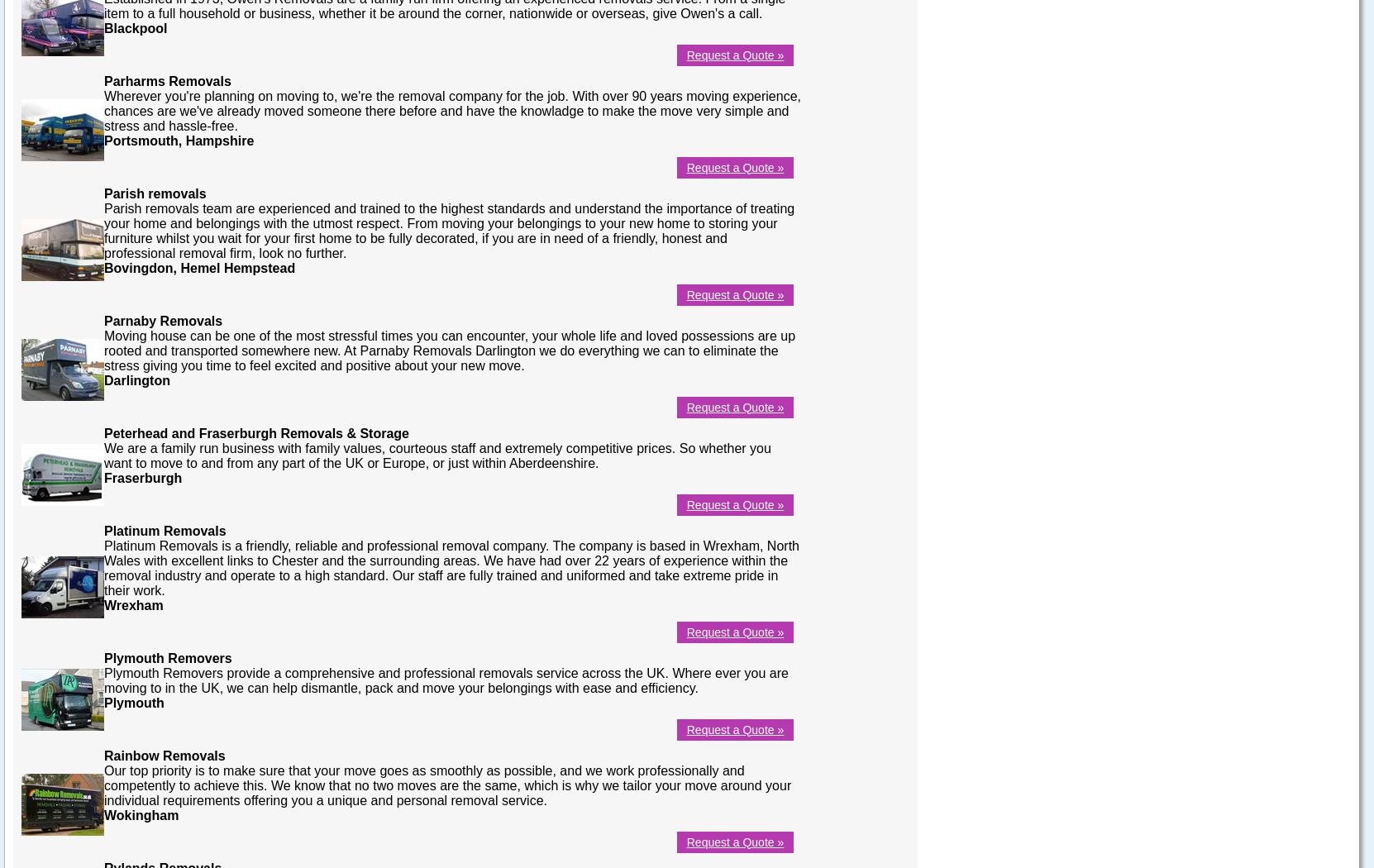  I want to click on 'Platinum Removals is a friendly, reliable and professional removal company. The company is based in Wrexham, North Wales with excellent links to Chester and the surrounding areas. We have had over 22 years of experience within the removal industry and operate to a high standard. Our staff are fully trained and uniformed and take extreme pride in their work.', so click(450, 567).